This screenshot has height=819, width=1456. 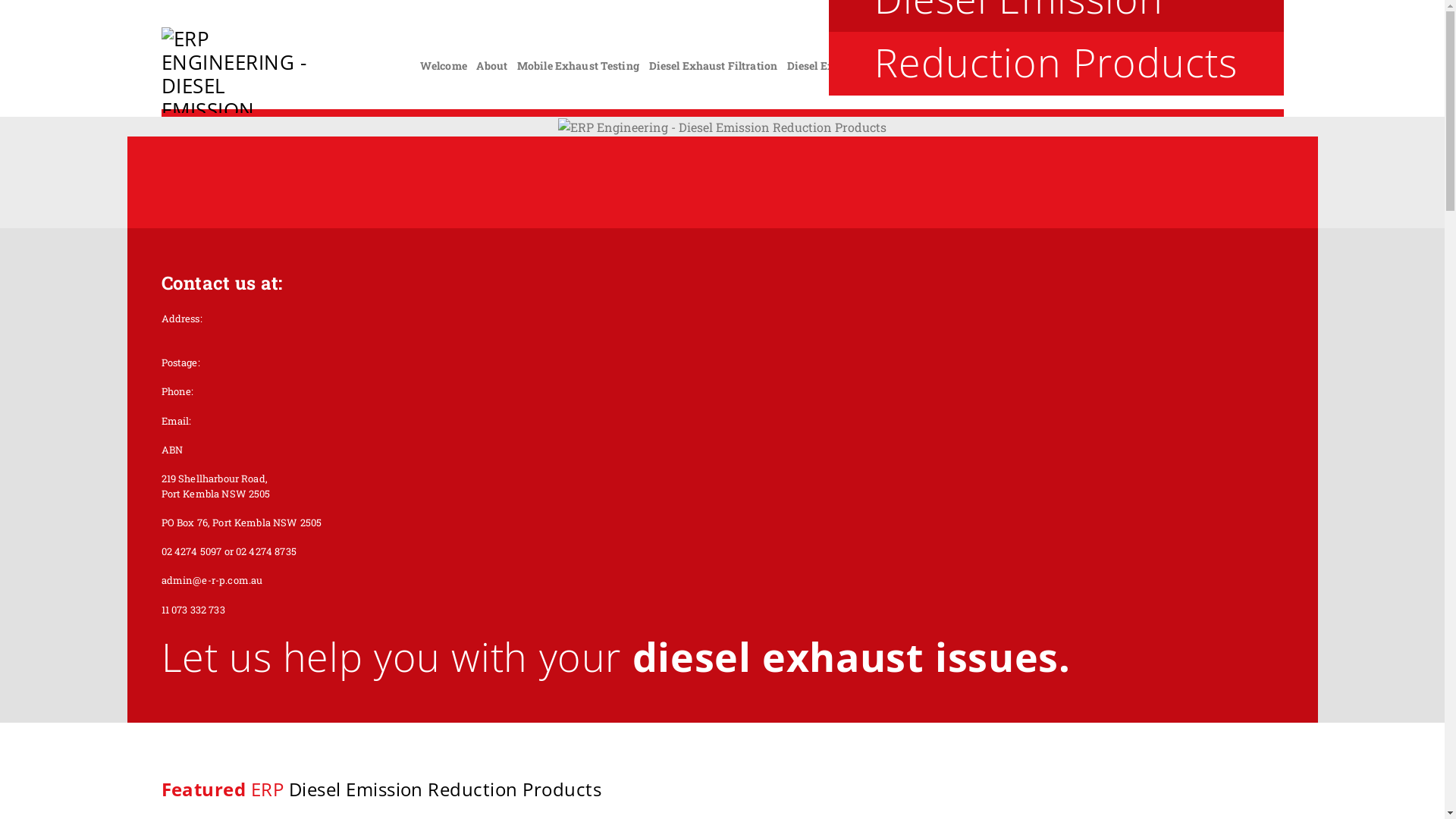 I want to click on 'About', so click(x=491, y=65).